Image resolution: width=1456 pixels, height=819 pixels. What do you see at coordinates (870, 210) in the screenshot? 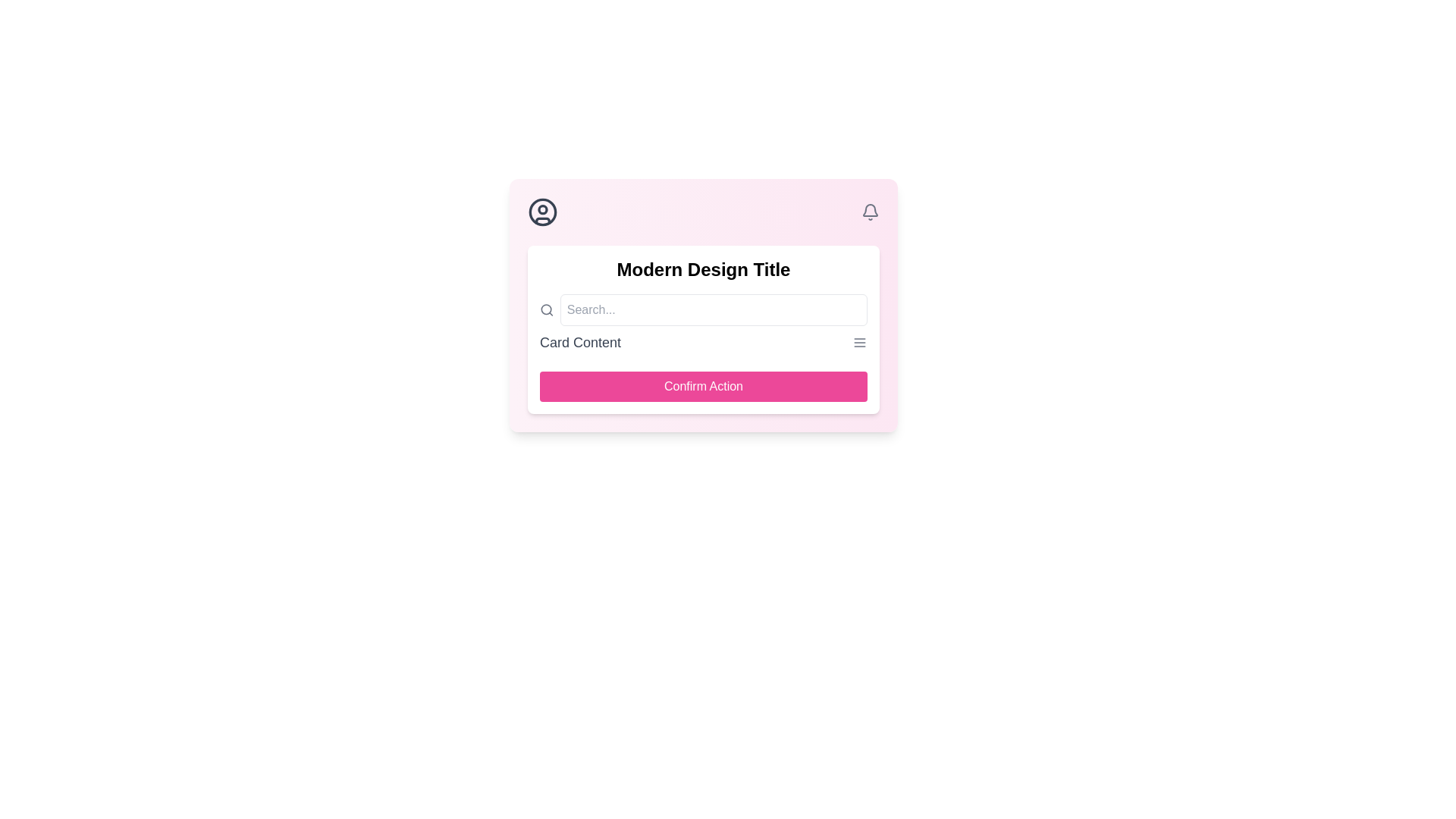
I see `the lower portion of the notification bell icon located in the top-right corner of the card adjacent to the title text area` at bounding box center [870, 210].